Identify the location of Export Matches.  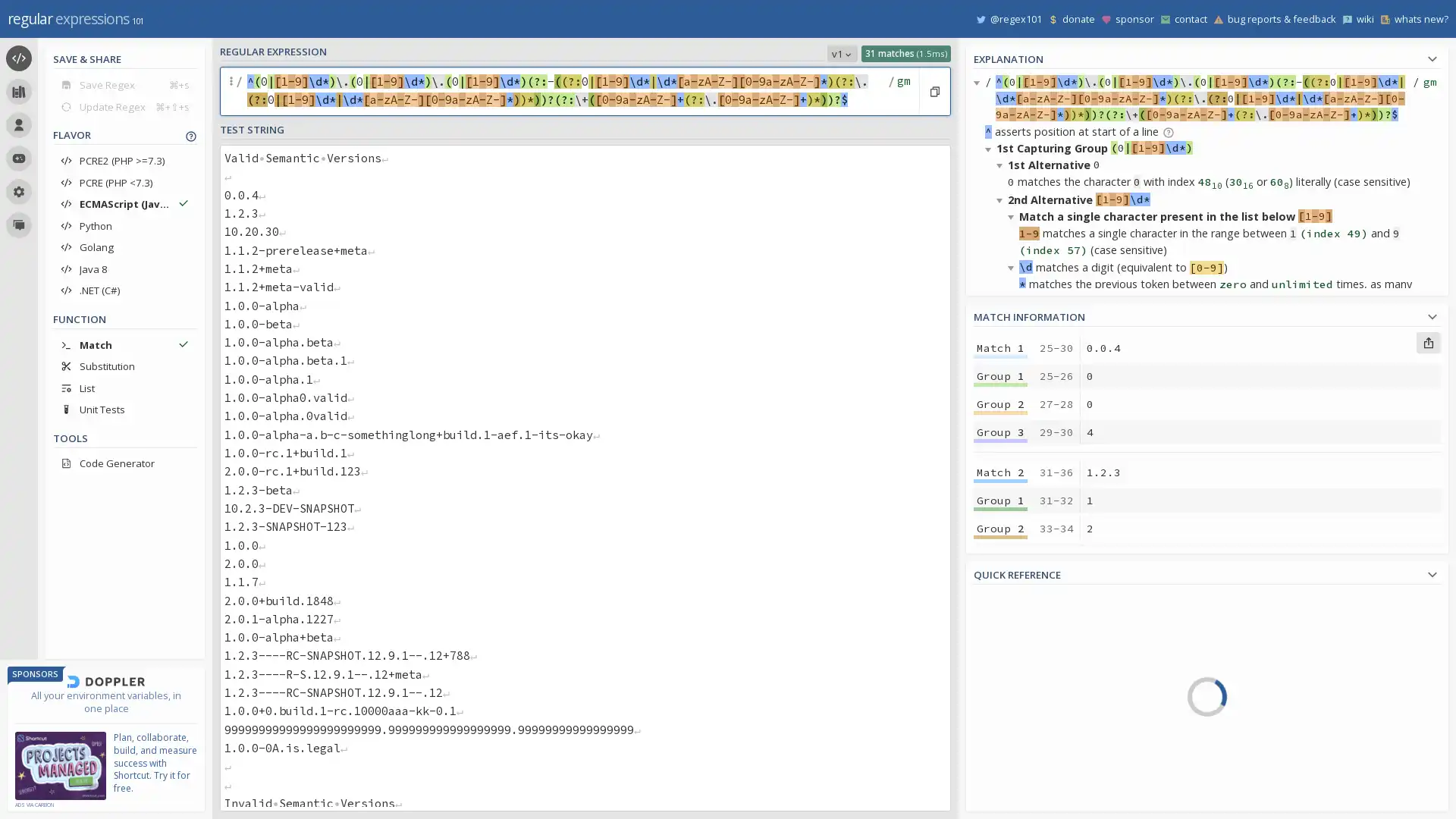
(1427, 342).